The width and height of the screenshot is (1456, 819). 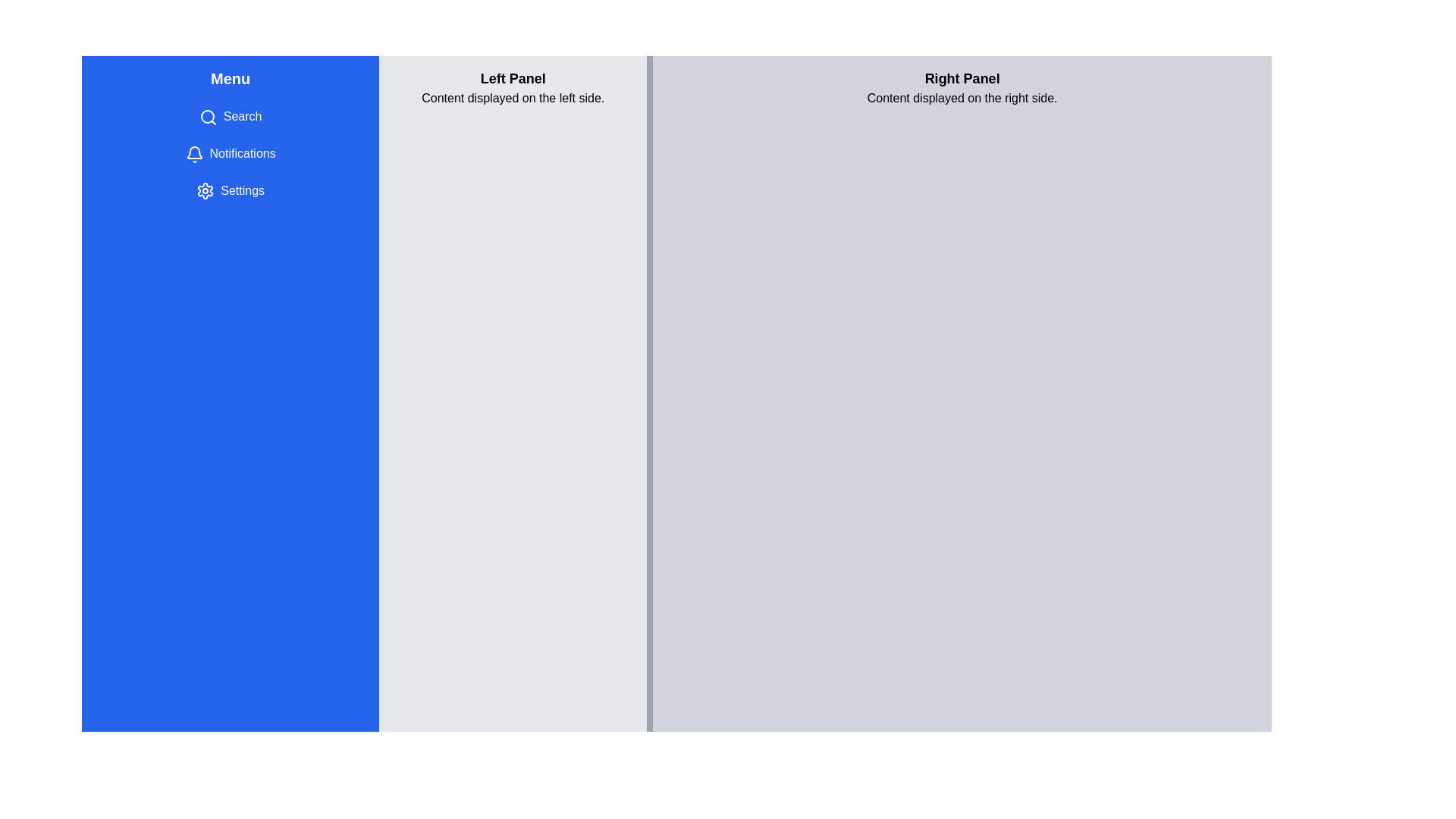 What do you see at coordinates (513, 99) in the screenshot?
I see `the Text Label that provides information relevant to the left panel of the interface, located under the 'Left Panel' heading` at bounding box center [513, 99].